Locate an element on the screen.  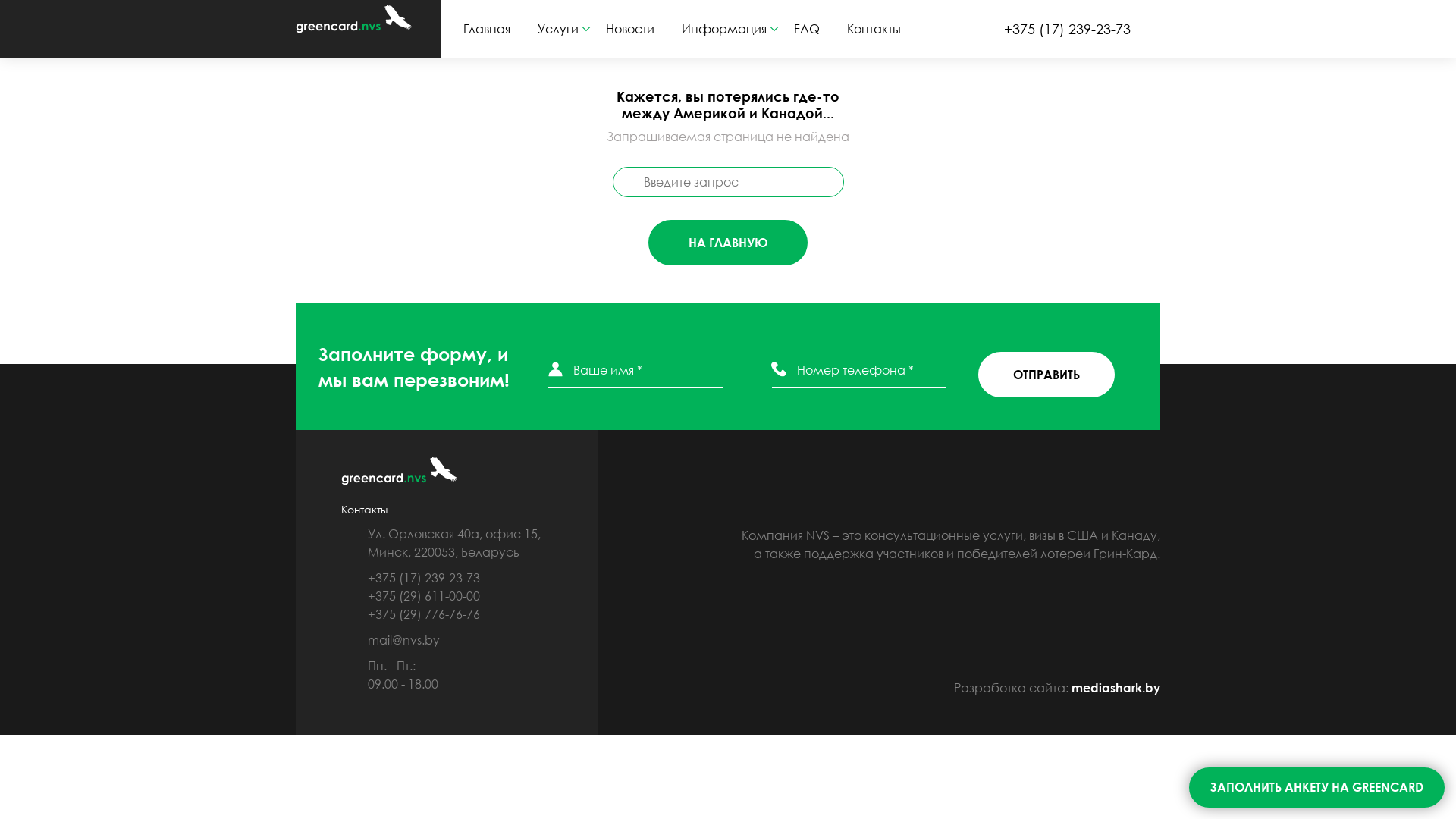
'mediashark.by' is located at coordinates (1070, 687).